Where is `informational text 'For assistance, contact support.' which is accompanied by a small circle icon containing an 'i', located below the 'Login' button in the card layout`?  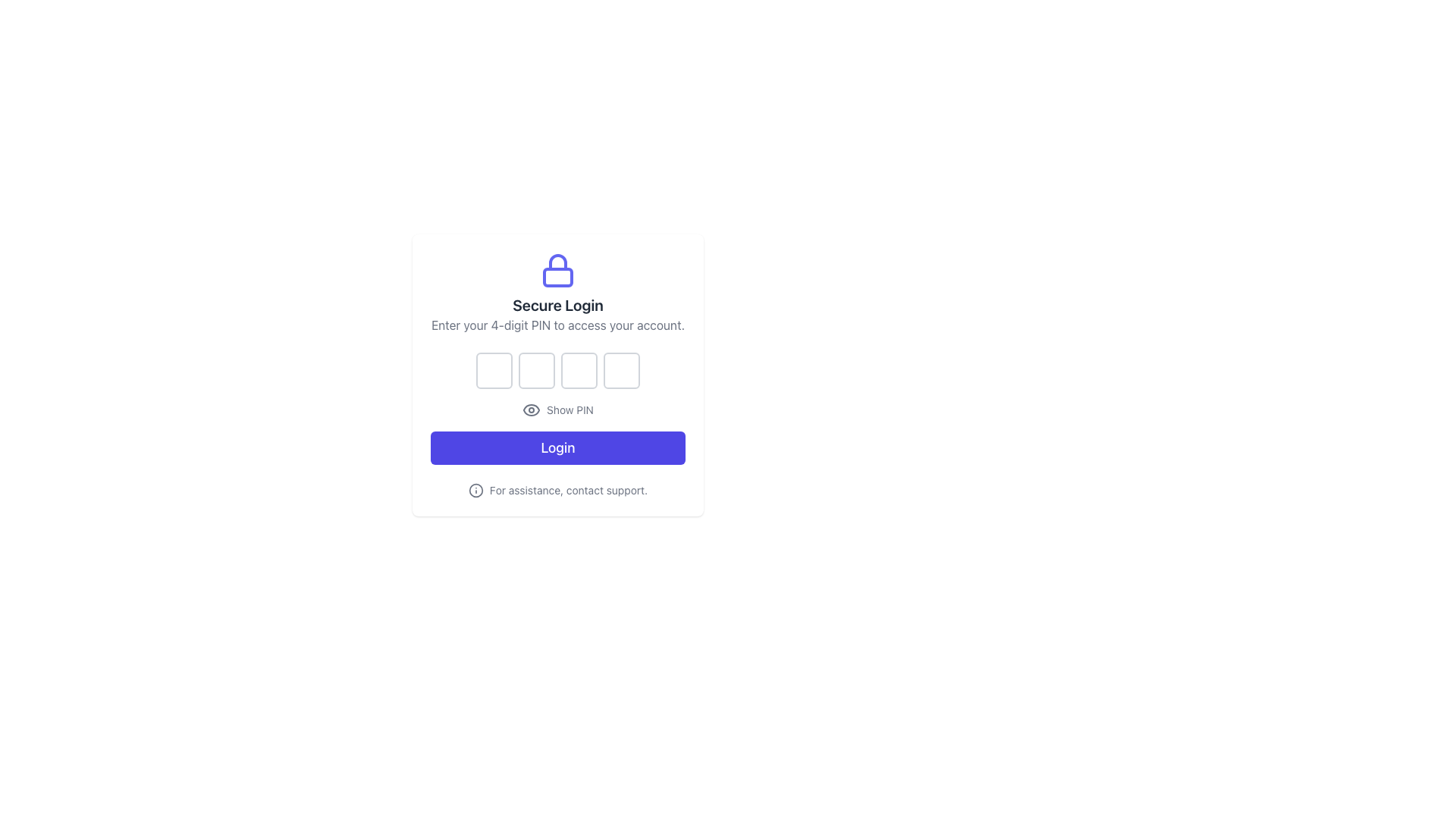
informational text 'For assistance, contact support.' which is accompanied by a small circle icon containing an 'i', located below the 'Login' button in the card layout is located at coordinates (557, 491).